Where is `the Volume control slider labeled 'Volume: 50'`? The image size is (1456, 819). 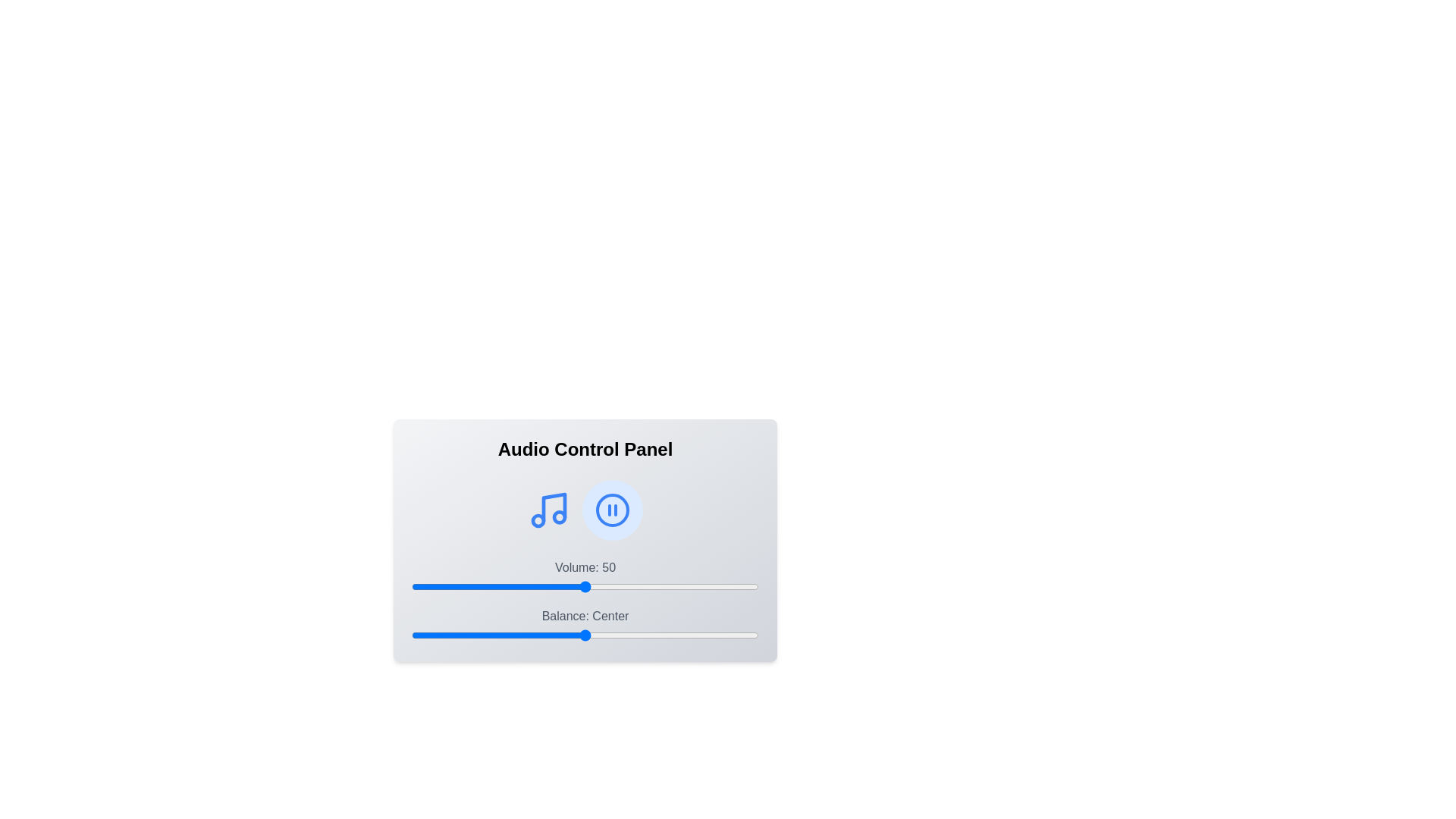
the Volume control slider labeled 'Volume: 50' is located at coordinates (585, 576).